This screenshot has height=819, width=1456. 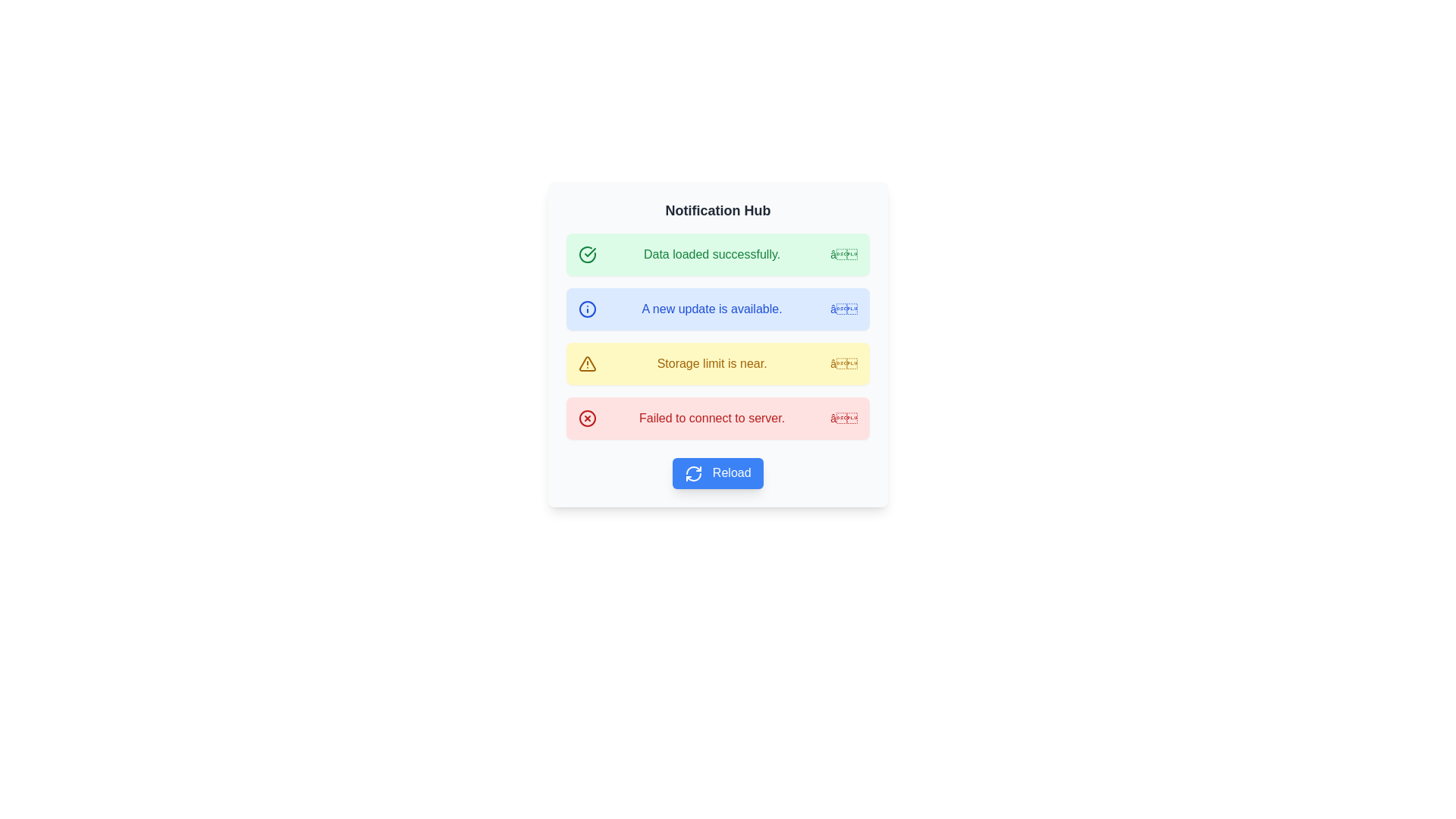 I want to click on the triangular alert icon with a yellow and brown color scheme, located to the left of the text 'Storage limit is near.' in the second notification entry, so click(x=586, y=363).